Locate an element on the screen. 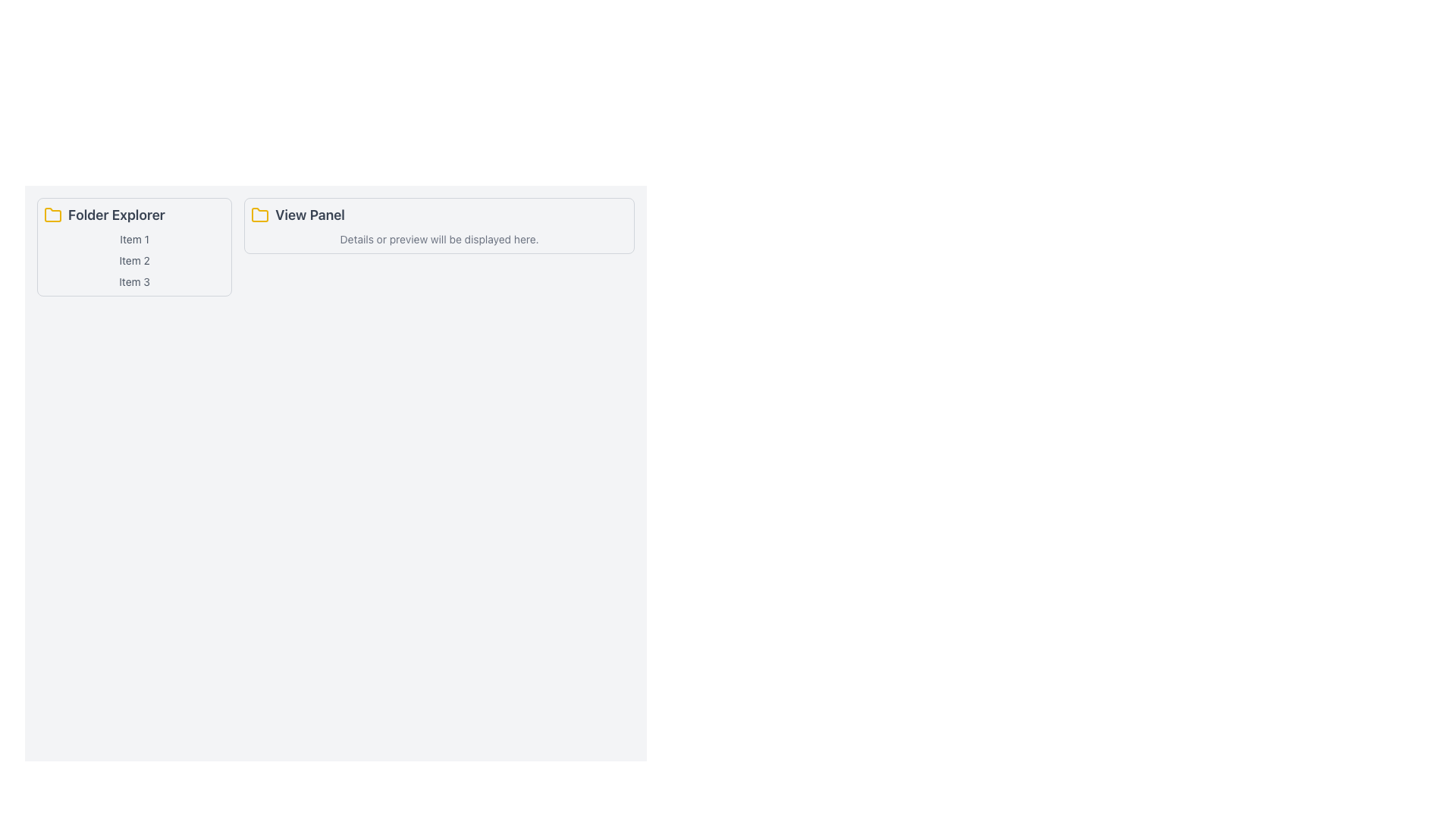  the folder icon located to the left of the 'View Panel' text label in the content panel is located at coordinates (260, 215).